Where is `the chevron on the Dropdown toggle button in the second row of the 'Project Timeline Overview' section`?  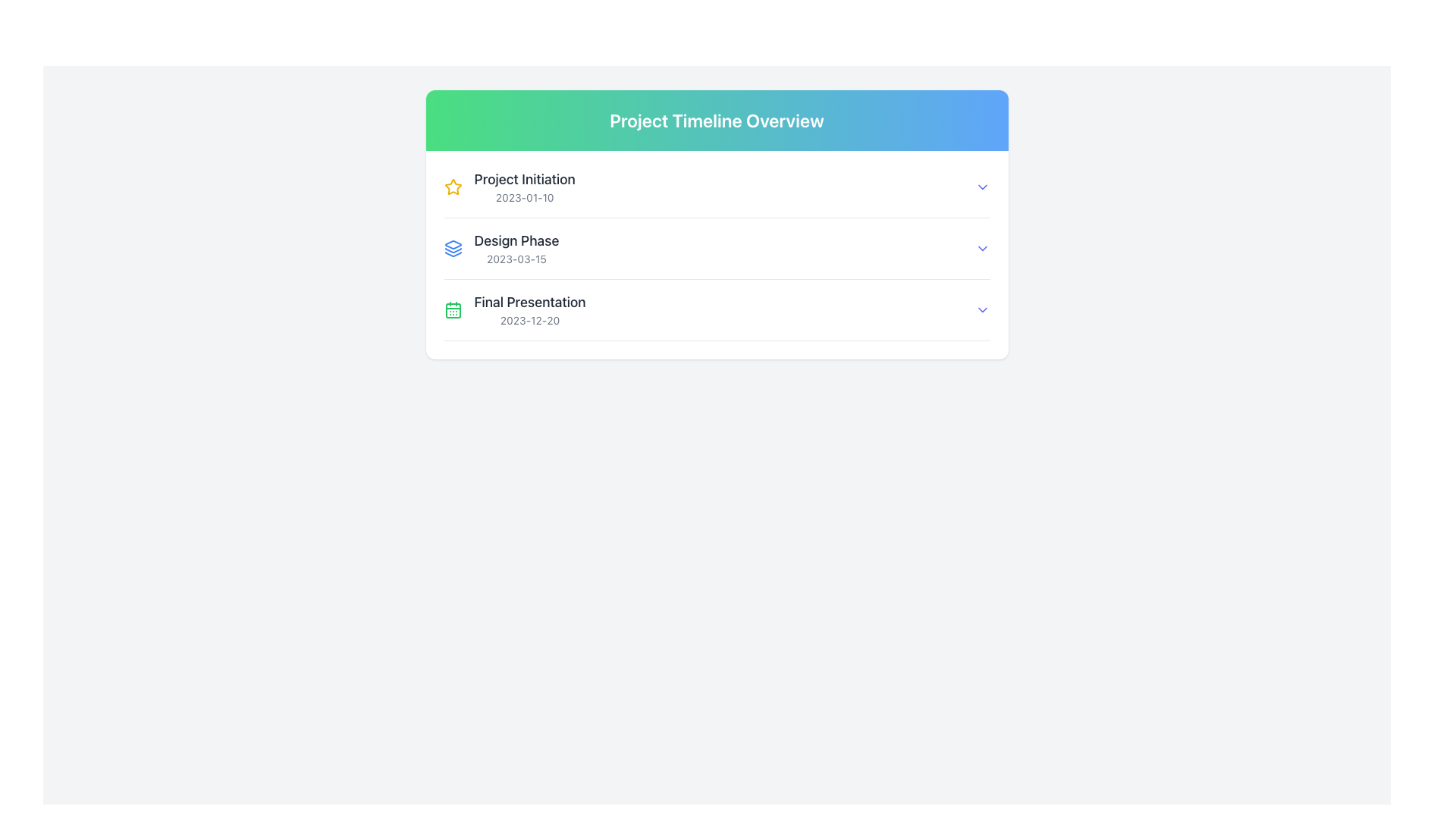
the chevron on the Dropdown toggle button in the second row of the 'Project Timeline Overview' section is located at coordinates (982, 247).